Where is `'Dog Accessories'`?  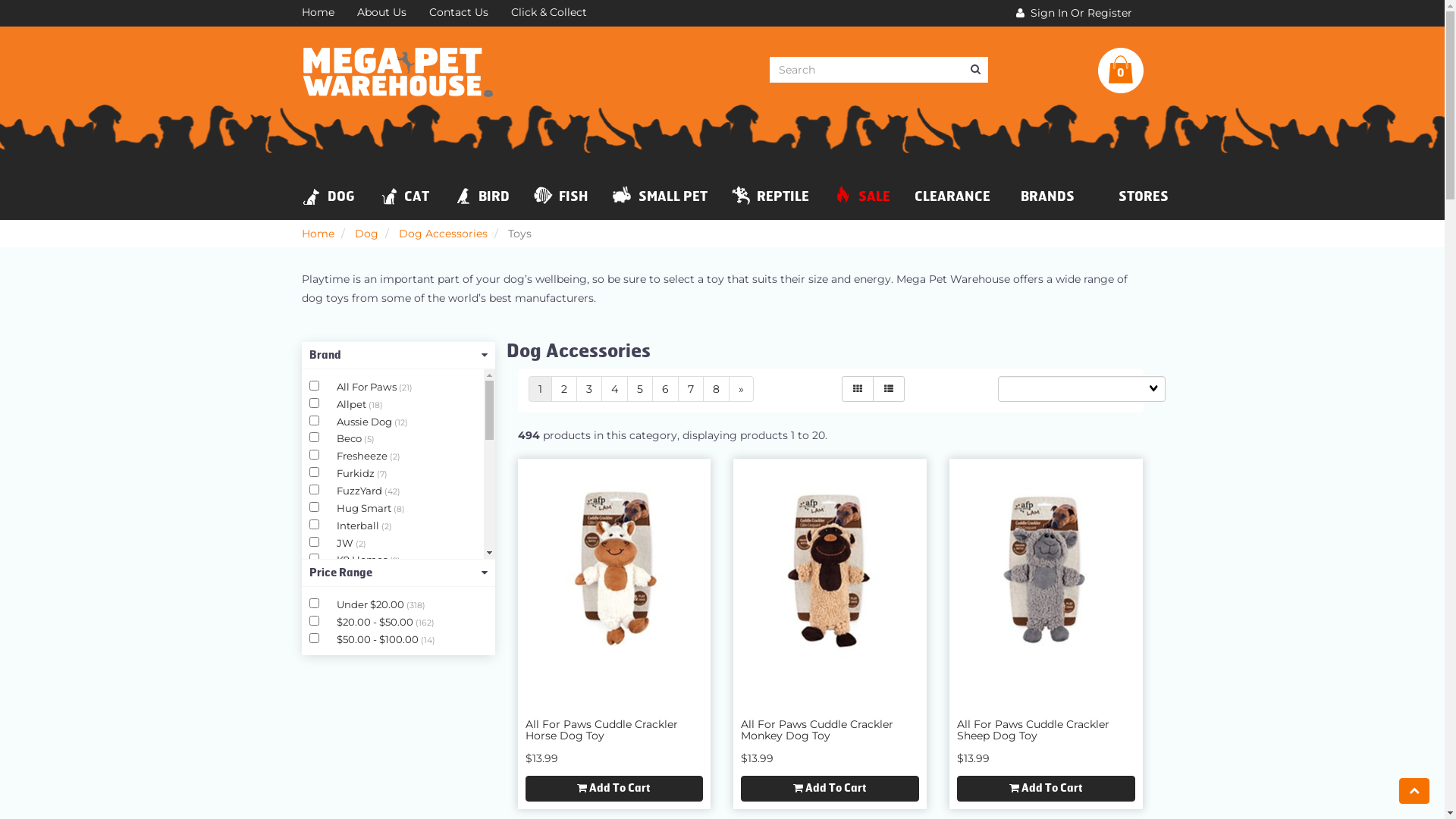 'Dog Accessories' is located at coordinates (442, 234).